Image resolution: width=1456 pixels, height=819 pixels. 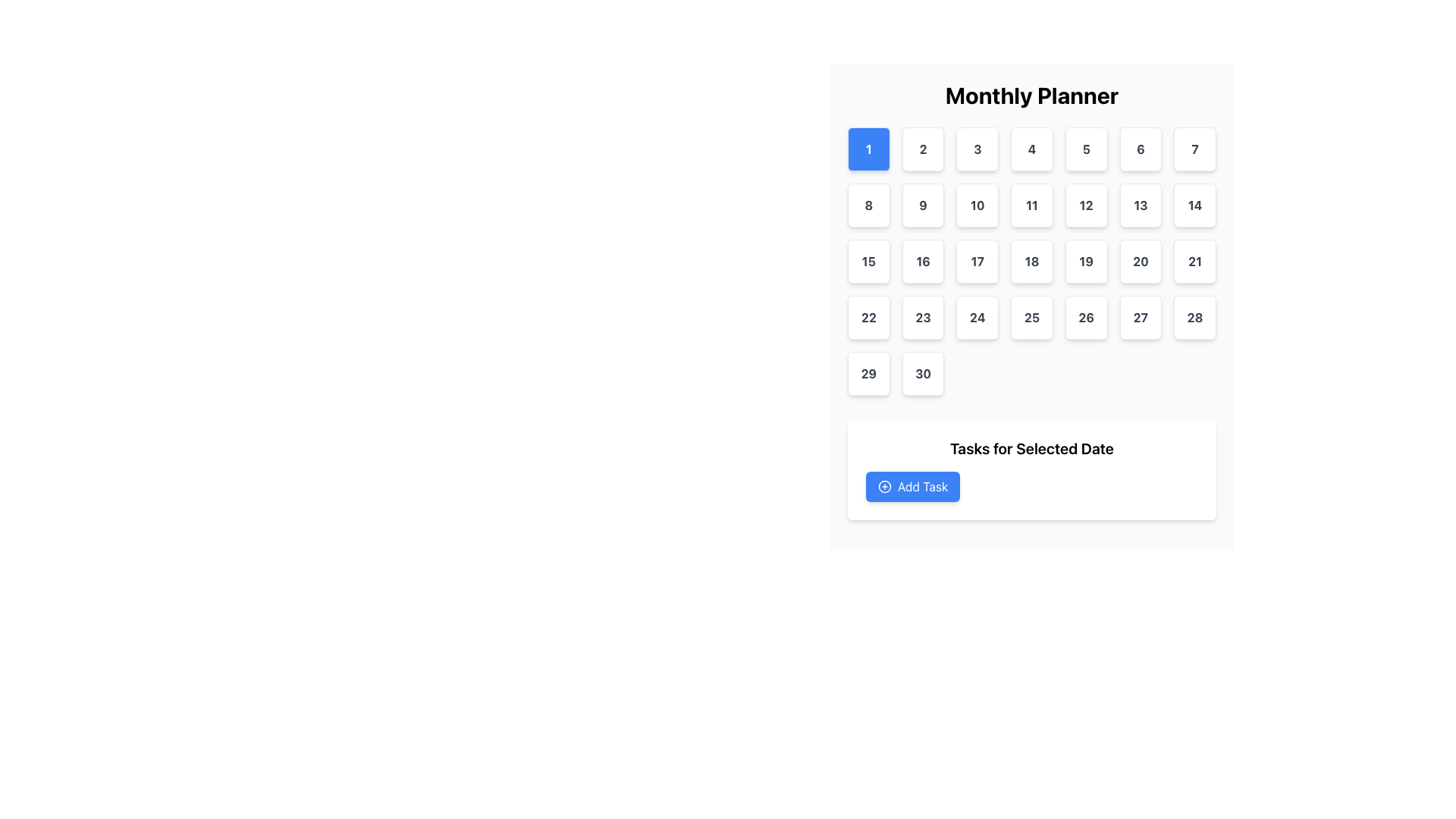 What do you see at coordinates (1194, 149) in the screenshot?
I see `the button labeled '7' which is a square-shaped component with rounded corners in a calendar interface` at bounding box center [1194, 149].